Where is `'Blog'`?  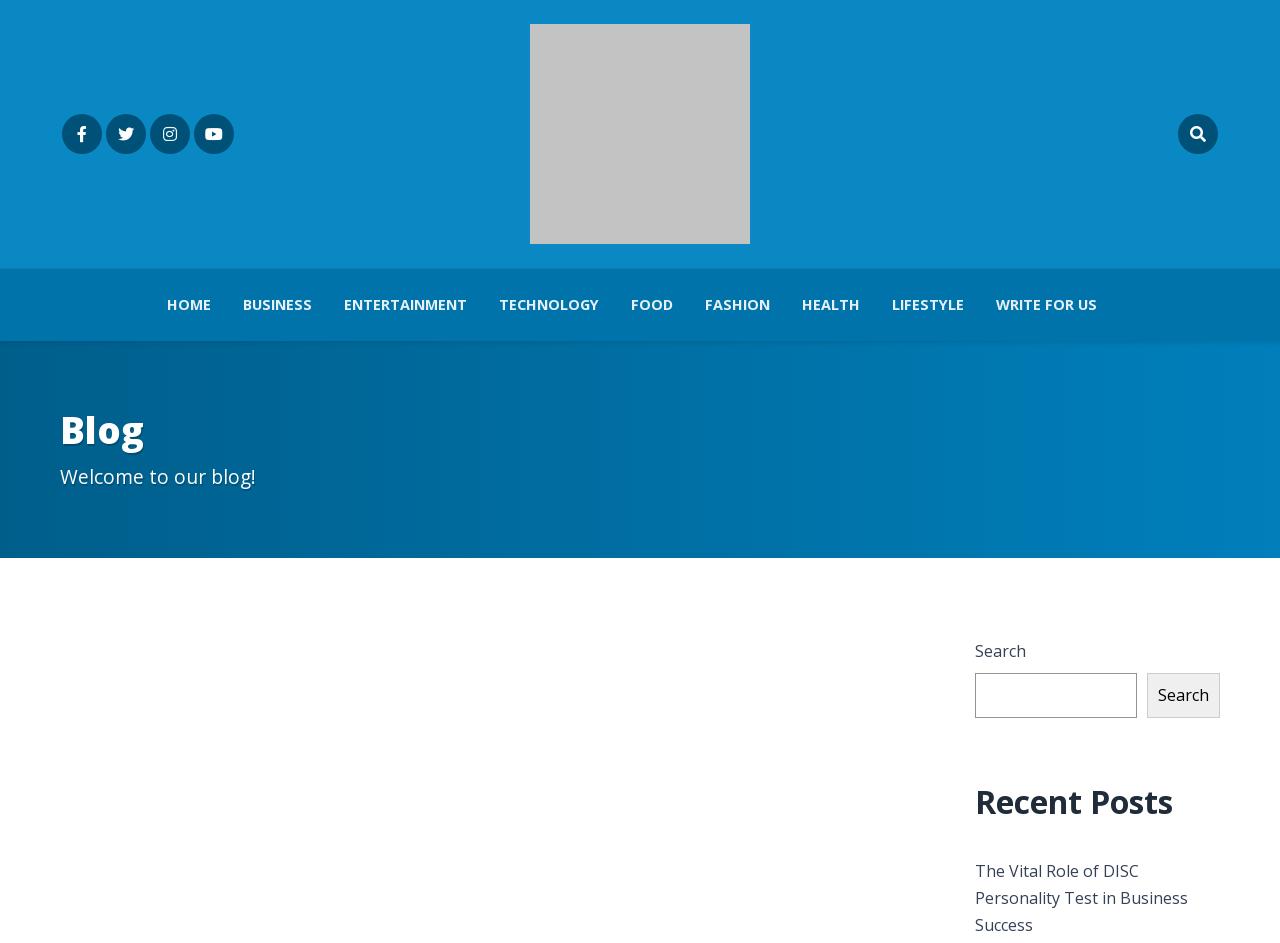 'Blog' is located at coordinates (101, 430).